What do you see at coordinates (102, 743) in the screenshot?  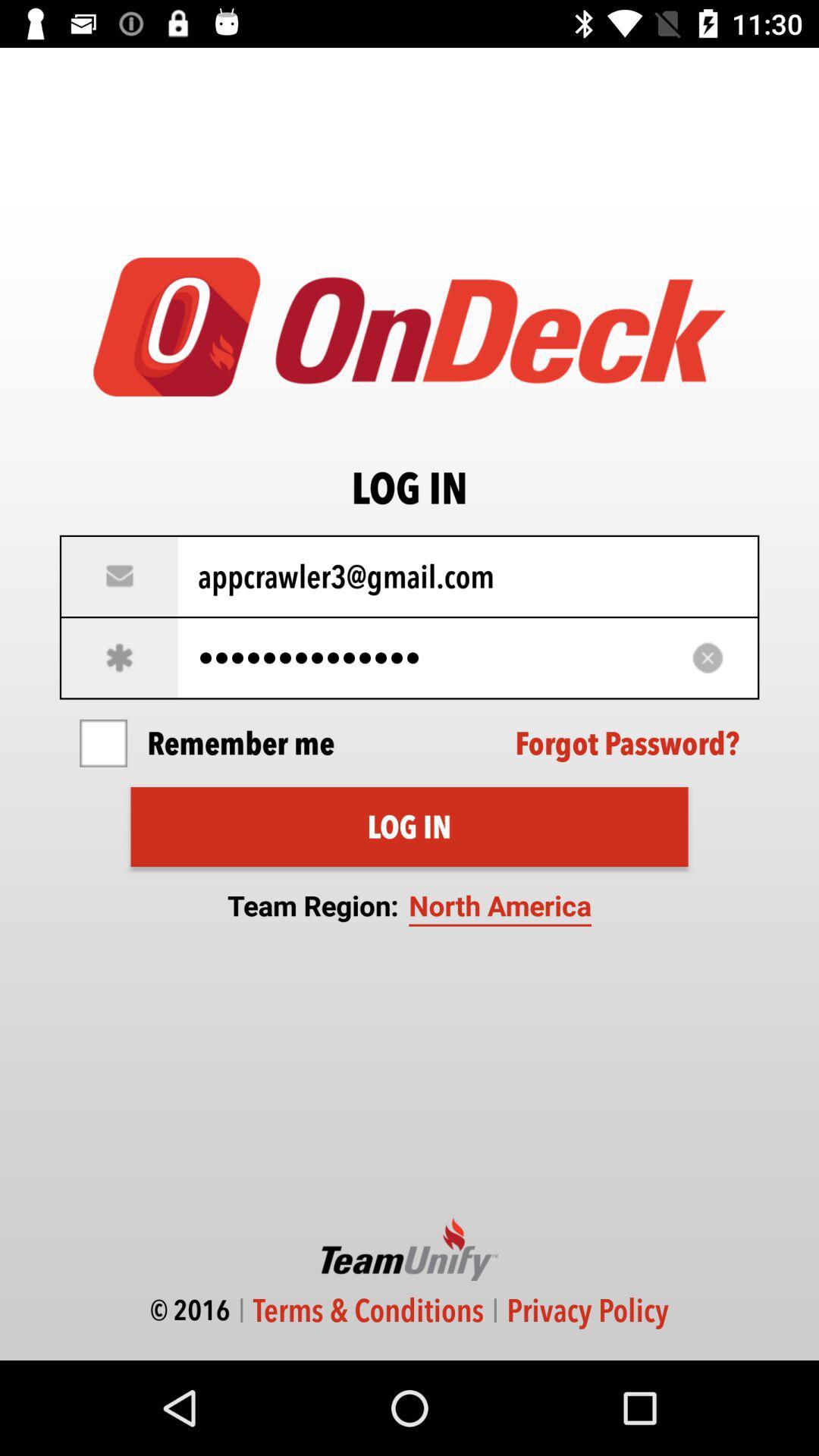 I see `the item on the left` at bounding box center [102, 743].